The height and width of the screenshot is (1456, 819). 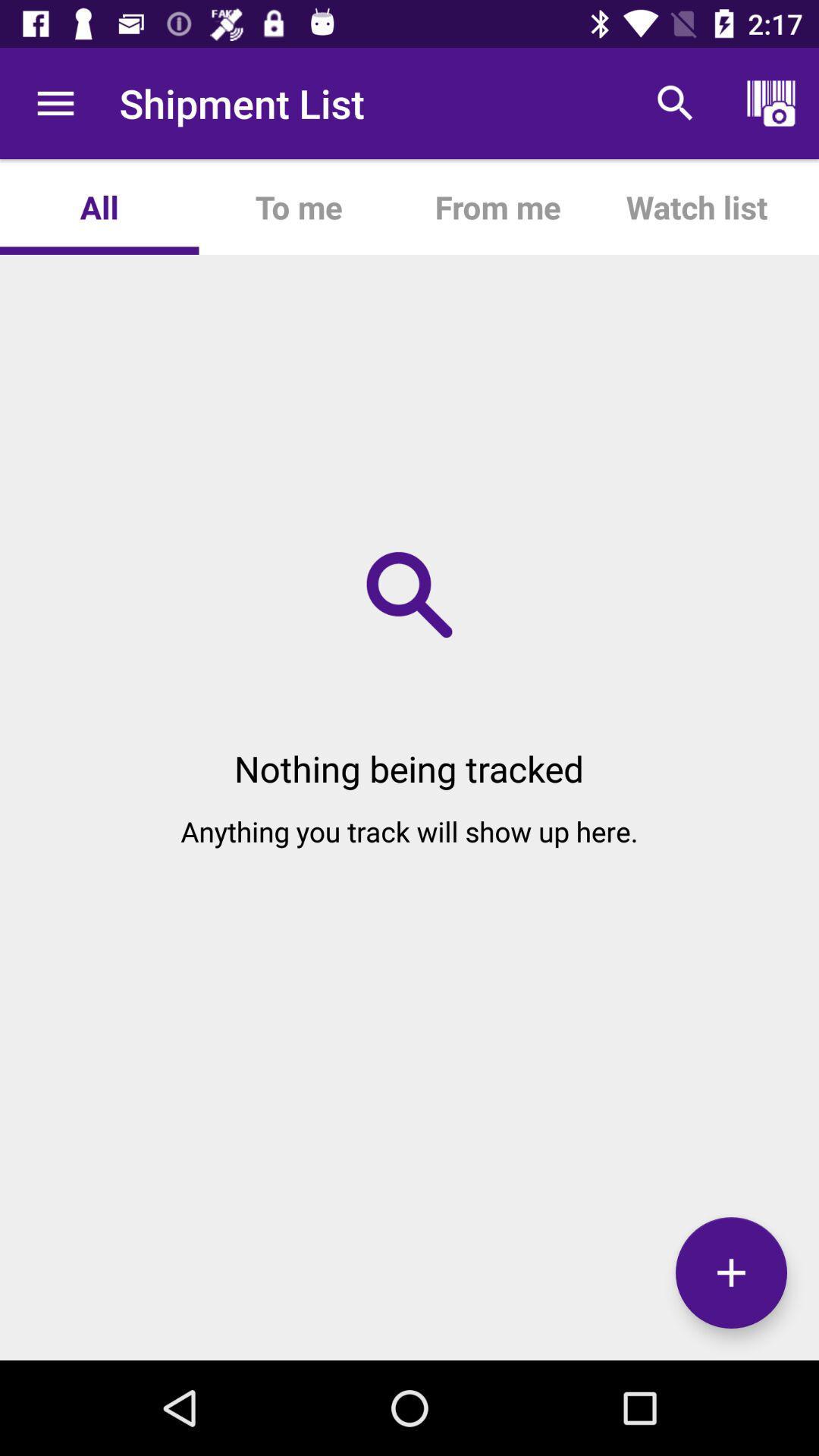 What do you see at coordinates (730, 1272) in the screenshot?
I see `the add icon` at bounding box center [730, 1272].